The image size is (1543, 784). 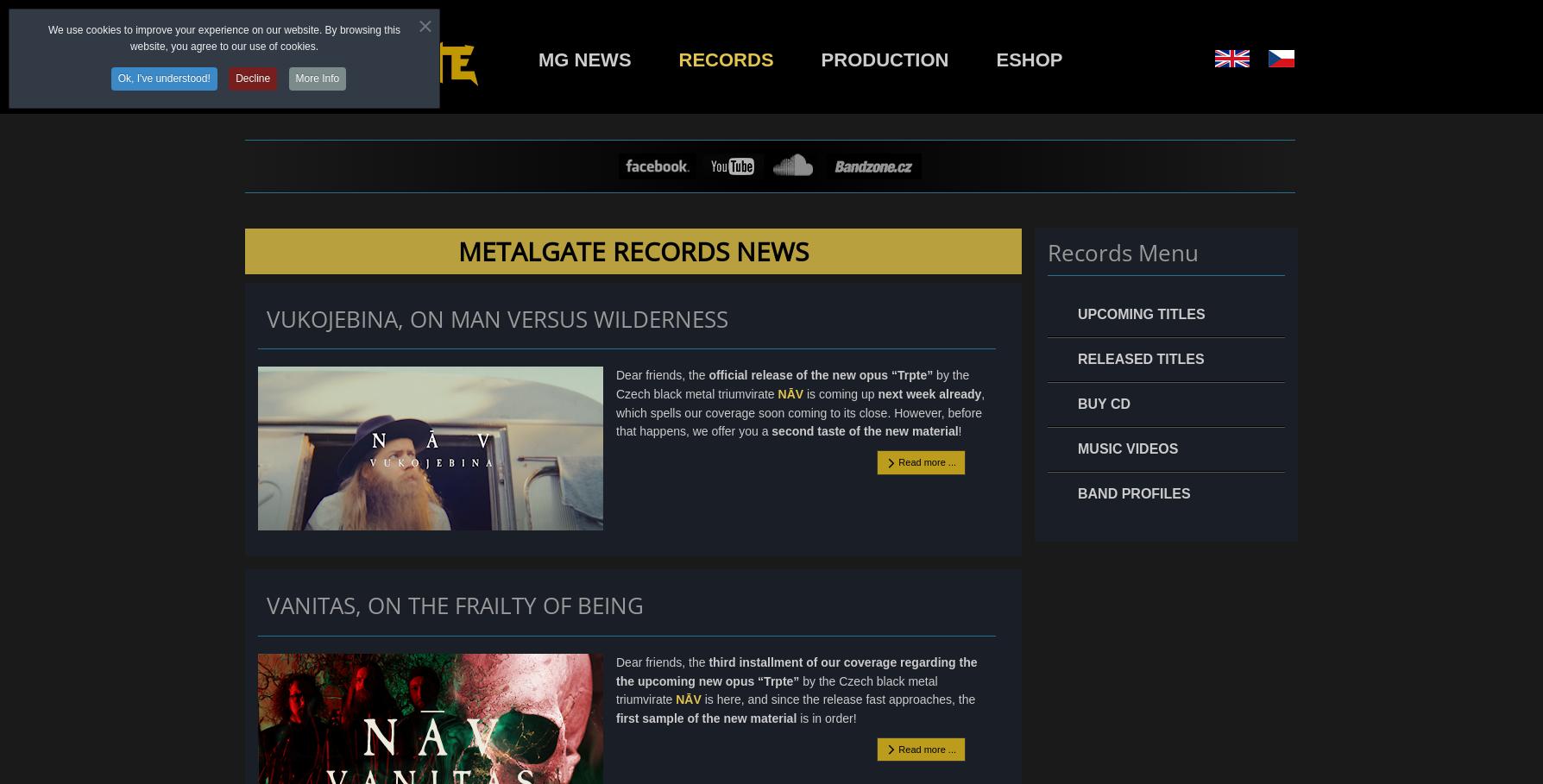 I want to click on 'Music Videos', so click(x=1127, y=448).